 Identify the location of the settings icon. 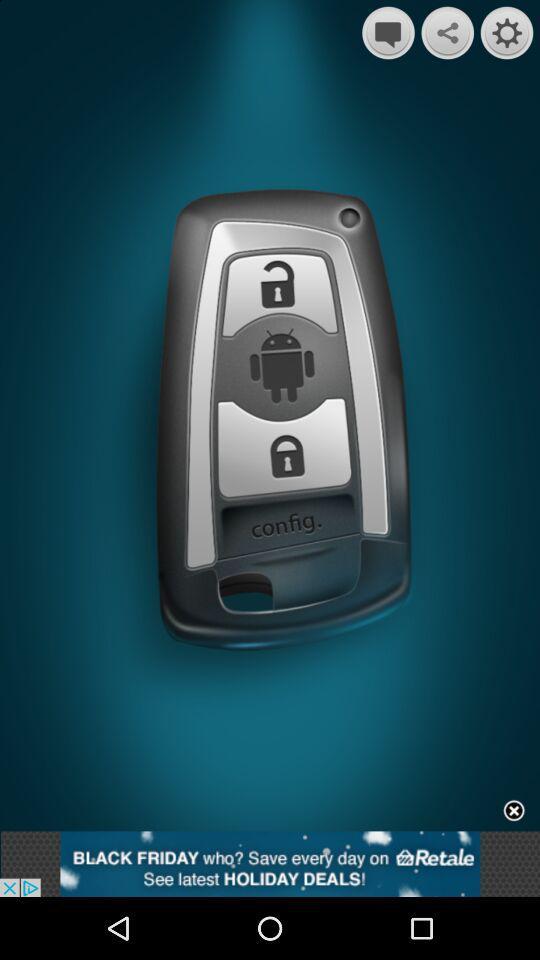
(507, 34).